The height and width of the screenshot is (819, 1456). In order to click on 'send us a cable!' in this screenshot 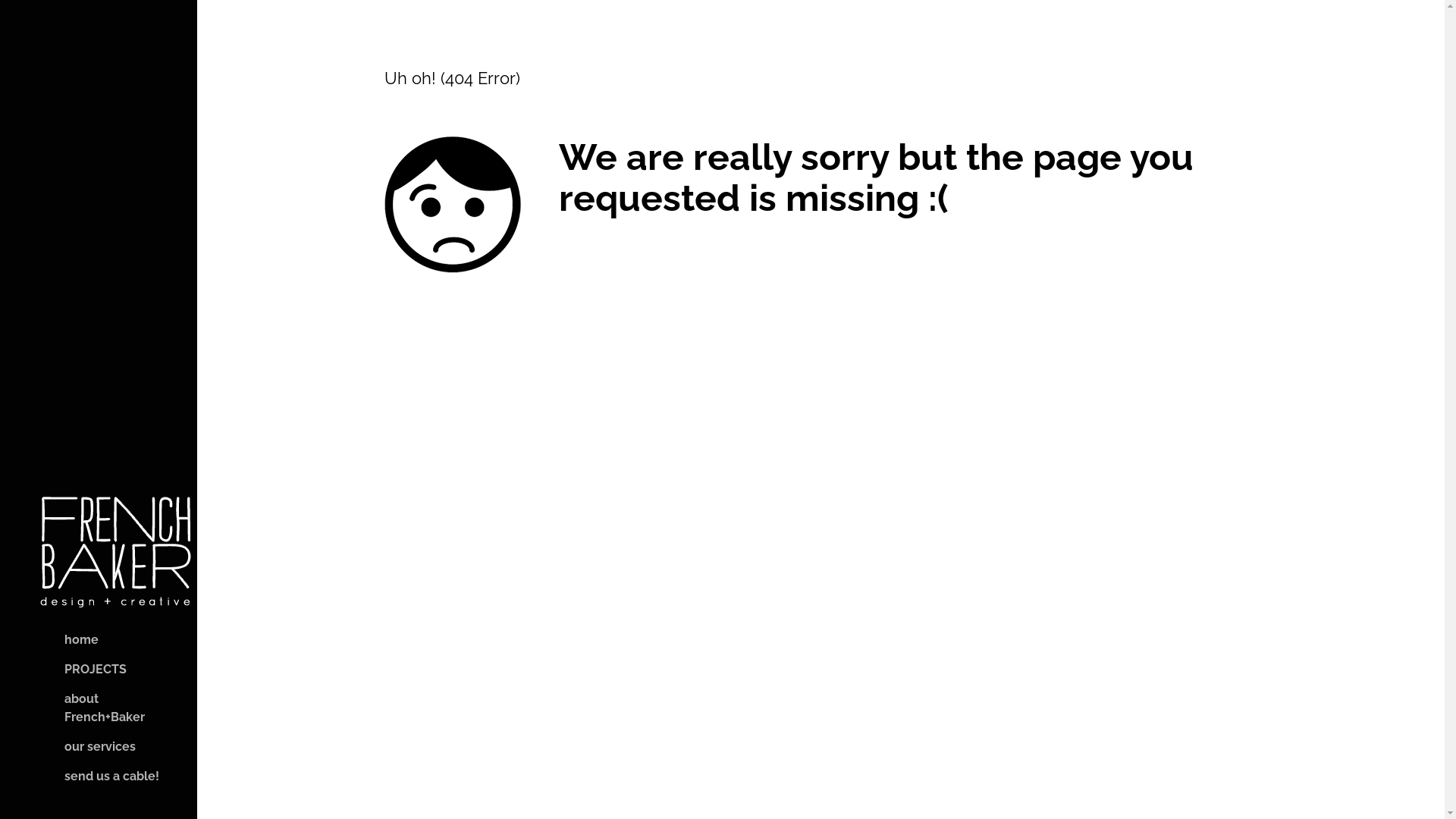, I will do `click(97, 776)`.